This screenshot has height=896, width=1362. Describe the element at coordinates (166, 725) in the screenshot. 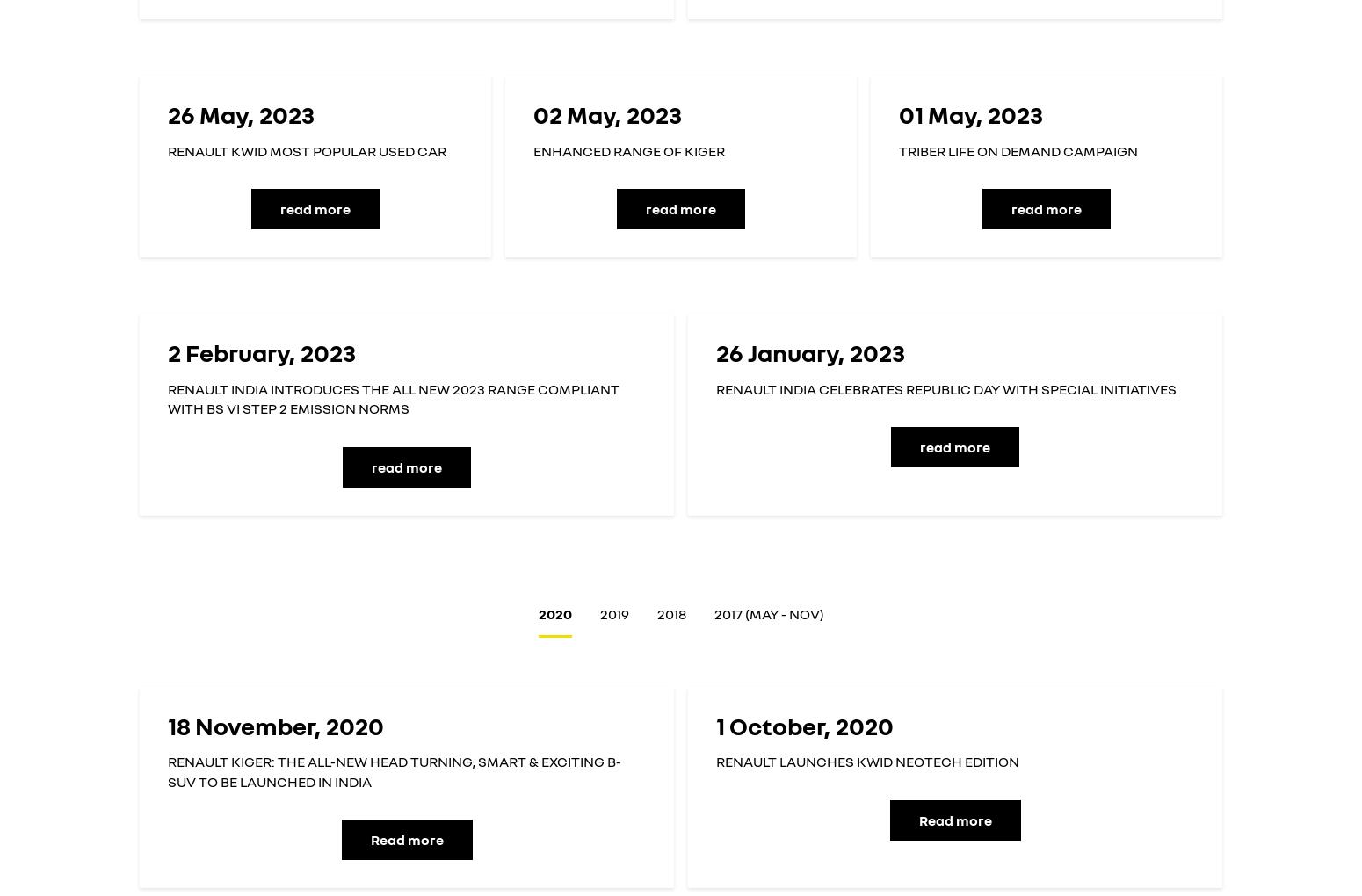

I see `'18 November, 2020'` at that location.